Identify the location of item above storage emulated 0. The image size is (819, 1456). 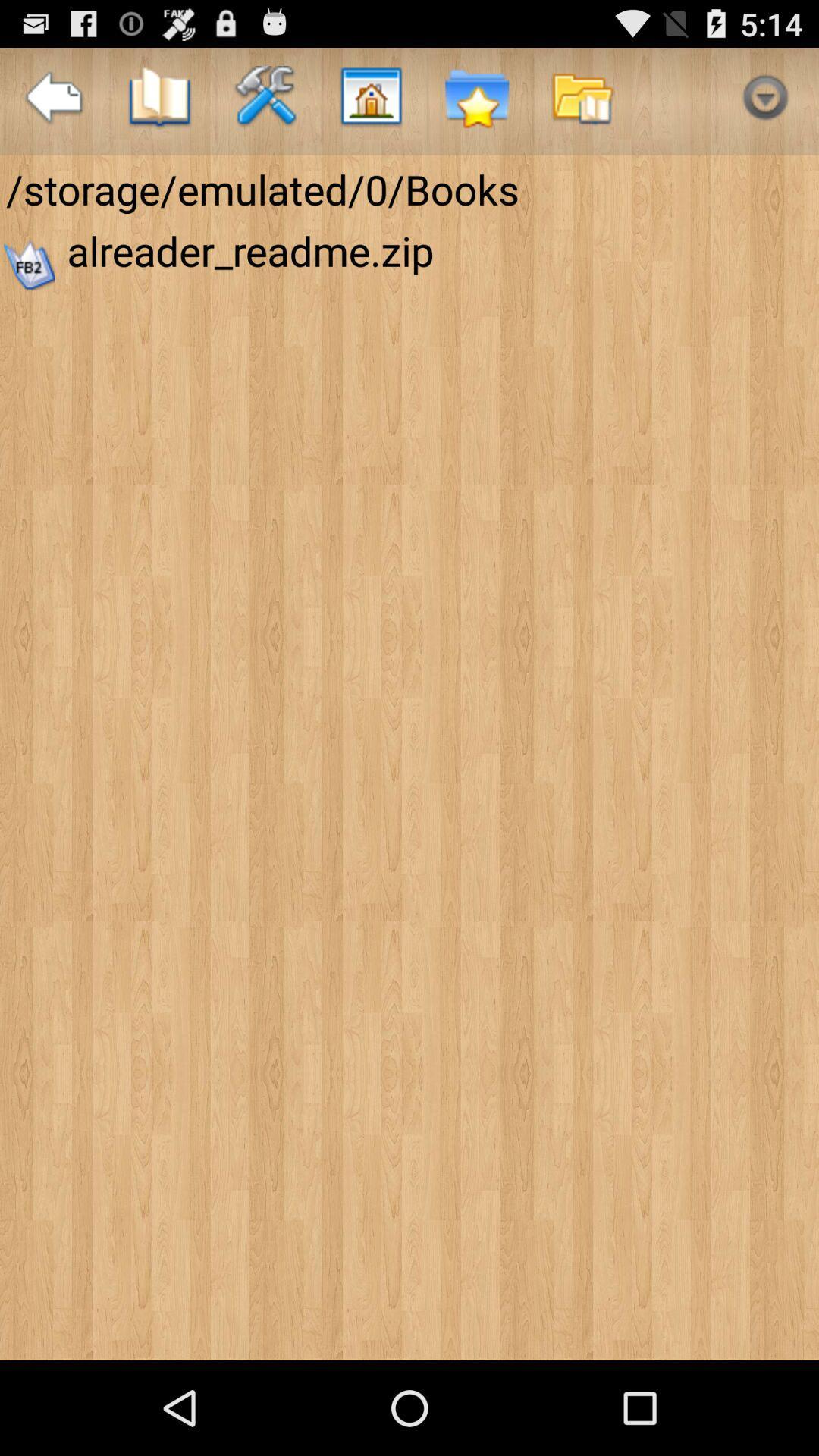
(52, 100).